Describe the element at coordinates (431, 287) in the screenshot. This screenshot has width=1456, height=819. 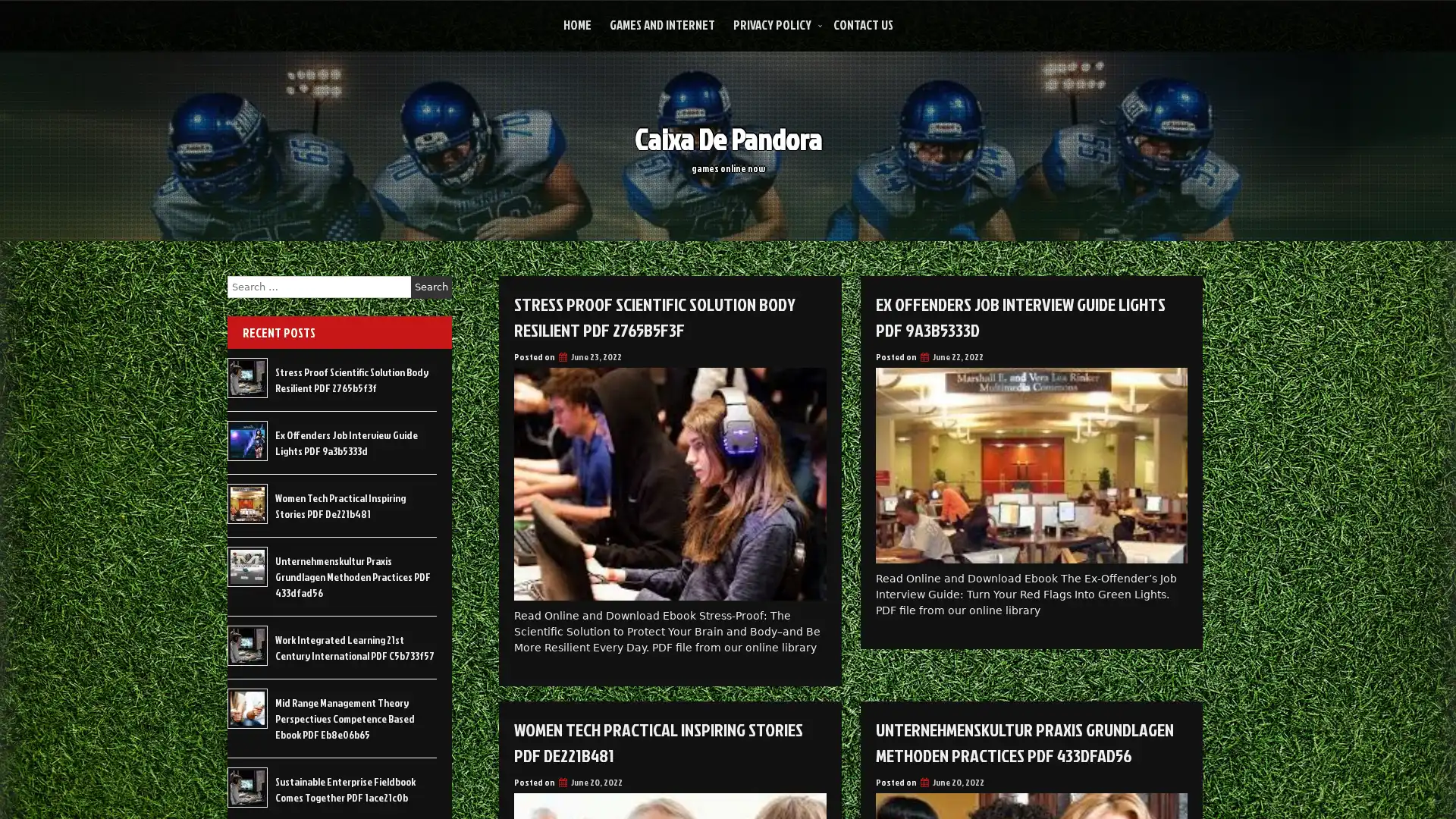
I see `Search` at that location.